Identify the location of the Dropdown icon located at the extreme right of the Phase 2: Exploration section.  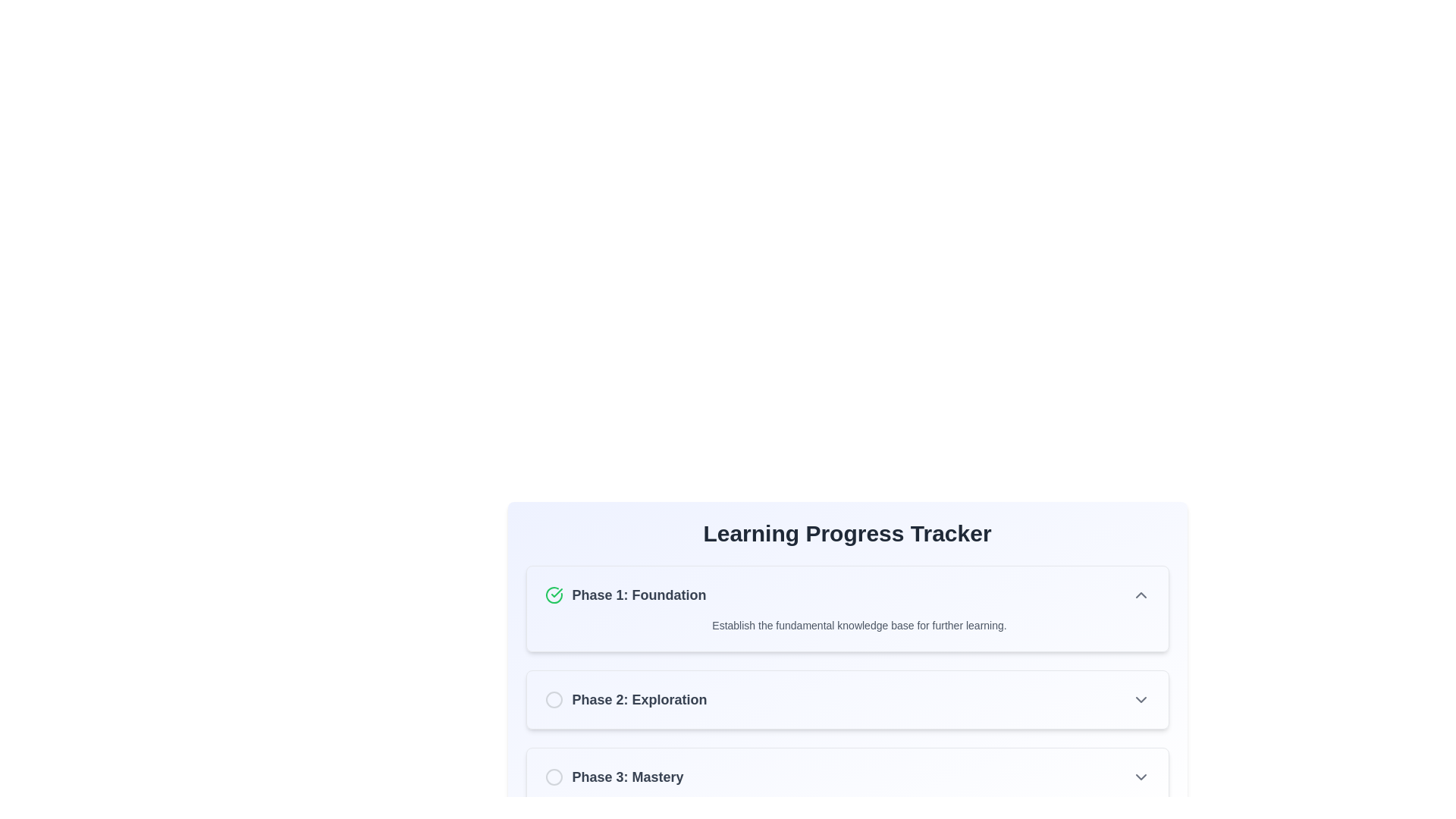
(1141, 699).